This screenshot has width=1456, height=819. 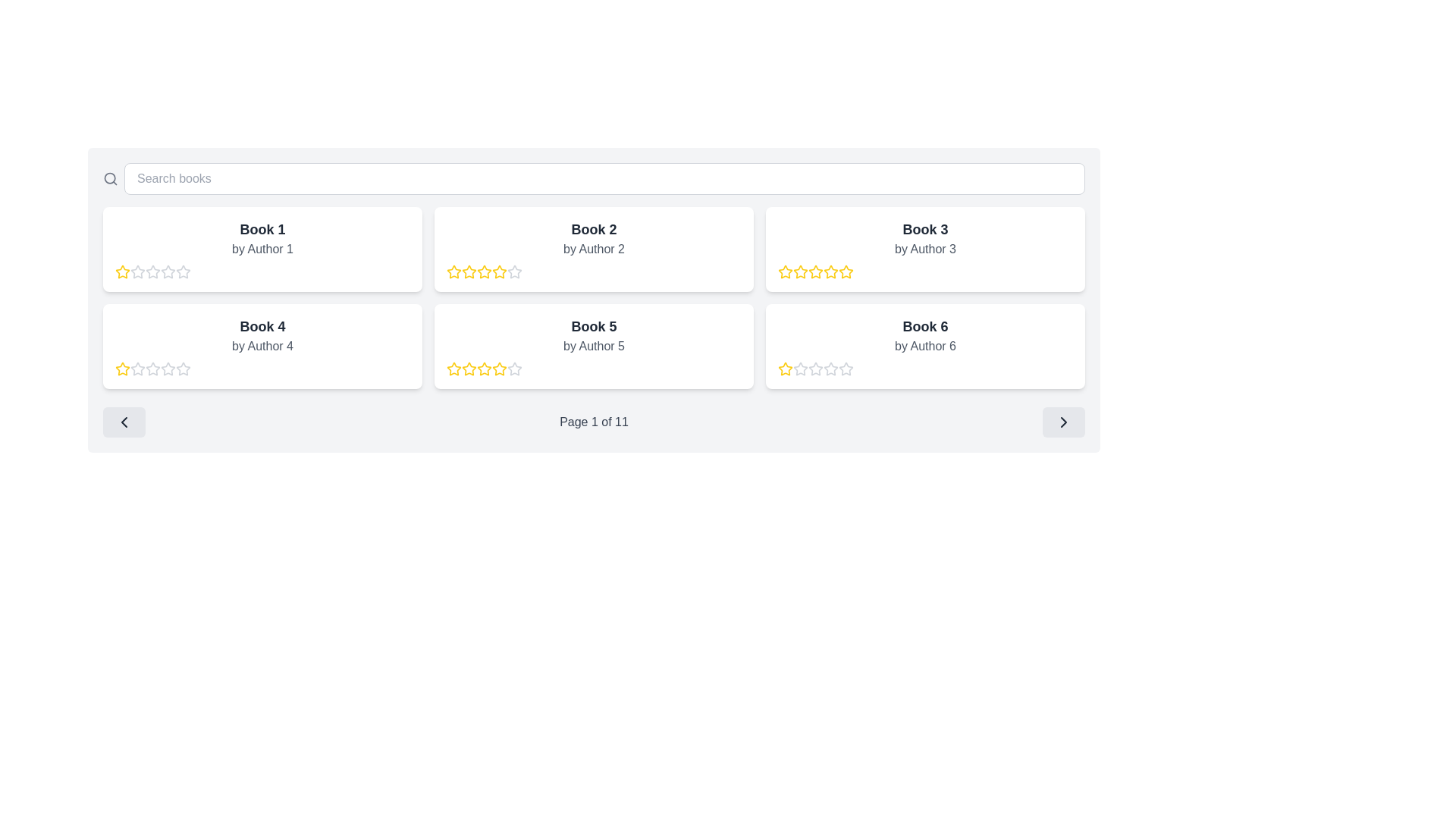 What do you see at coordinates (168, 369) in the screenshot?
I see `the third star icon from left to right in a set of six stars below 'Book 4' on the second card of the first row` at bounding box center [168, 369].